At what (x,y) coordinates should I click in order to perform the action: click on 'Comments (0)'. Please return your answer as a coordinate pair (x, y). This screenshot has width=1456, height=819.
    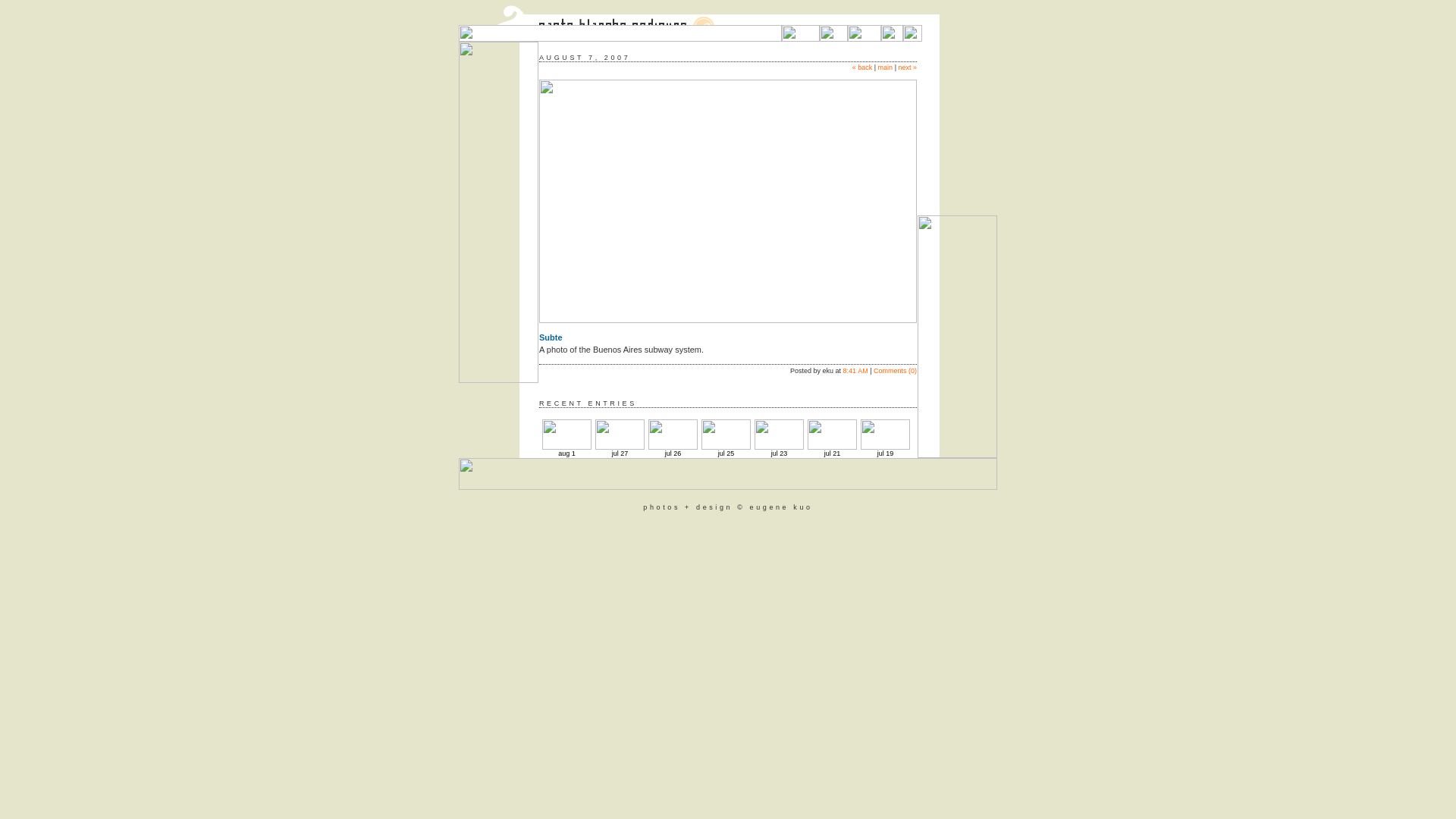
    Looking at the image, I should click on (895, 371).